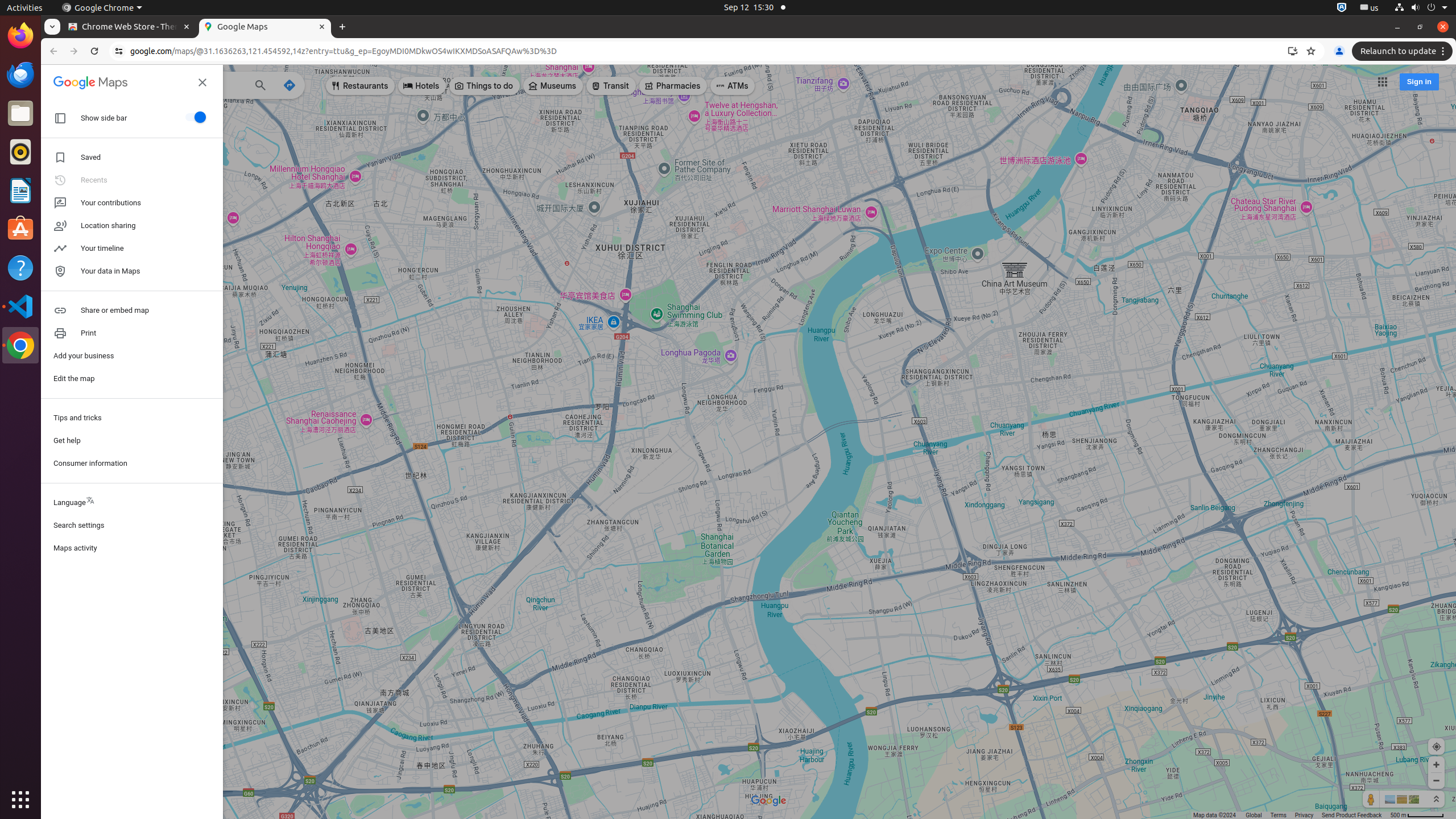 The height and width of the screenshot is (819, 1456). What do you see at coordinates (1351, 814) in the screenshot?
I see `'Send Product Feedback'` at bounding box center [1351, 814].